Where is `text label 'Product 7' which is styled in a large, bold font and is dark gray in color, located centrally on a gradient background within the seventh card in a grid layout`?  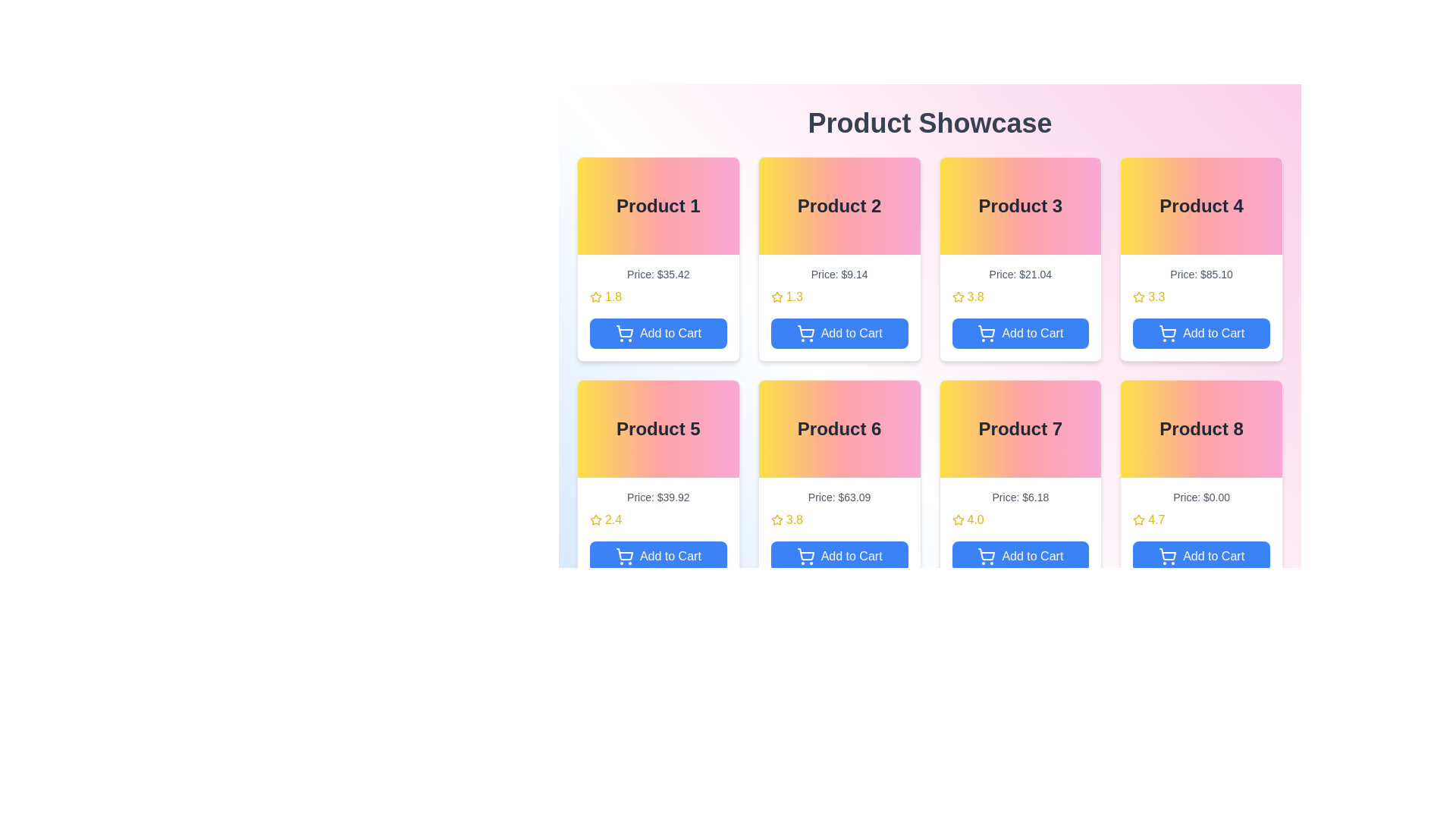 text label 'Product 7' which is styled in a large, bold font and is dark gray in color, located centrally on a gradient background within the seventh card in a grid layout is located at coordinates (1020, 429).